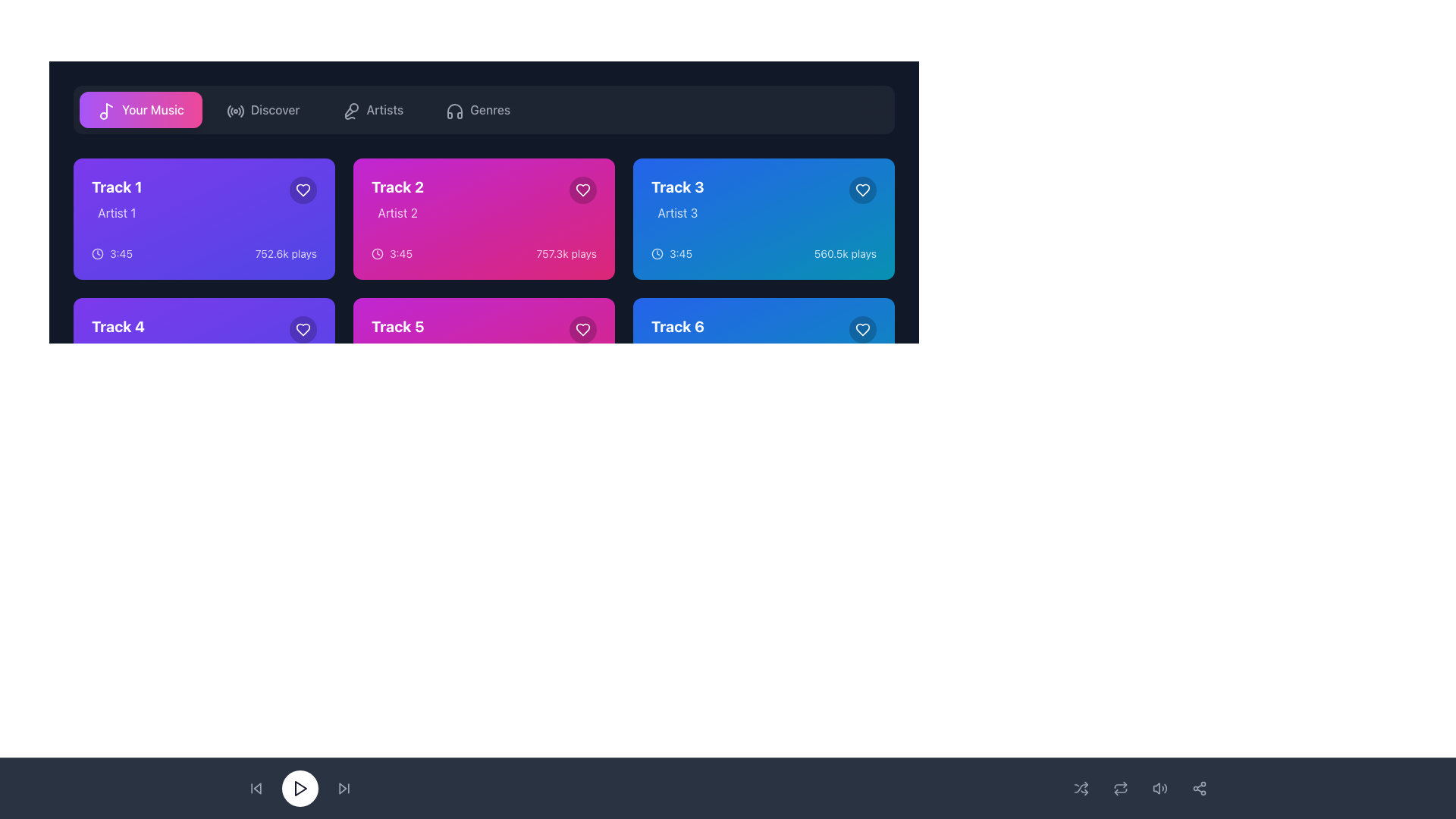 The width and height of the screenshot is (1456, 819). I want to click on text content of the Text label displaying '3:45' in bold white font, located within the pink card labeled 'Track 2', so click(400, 253).